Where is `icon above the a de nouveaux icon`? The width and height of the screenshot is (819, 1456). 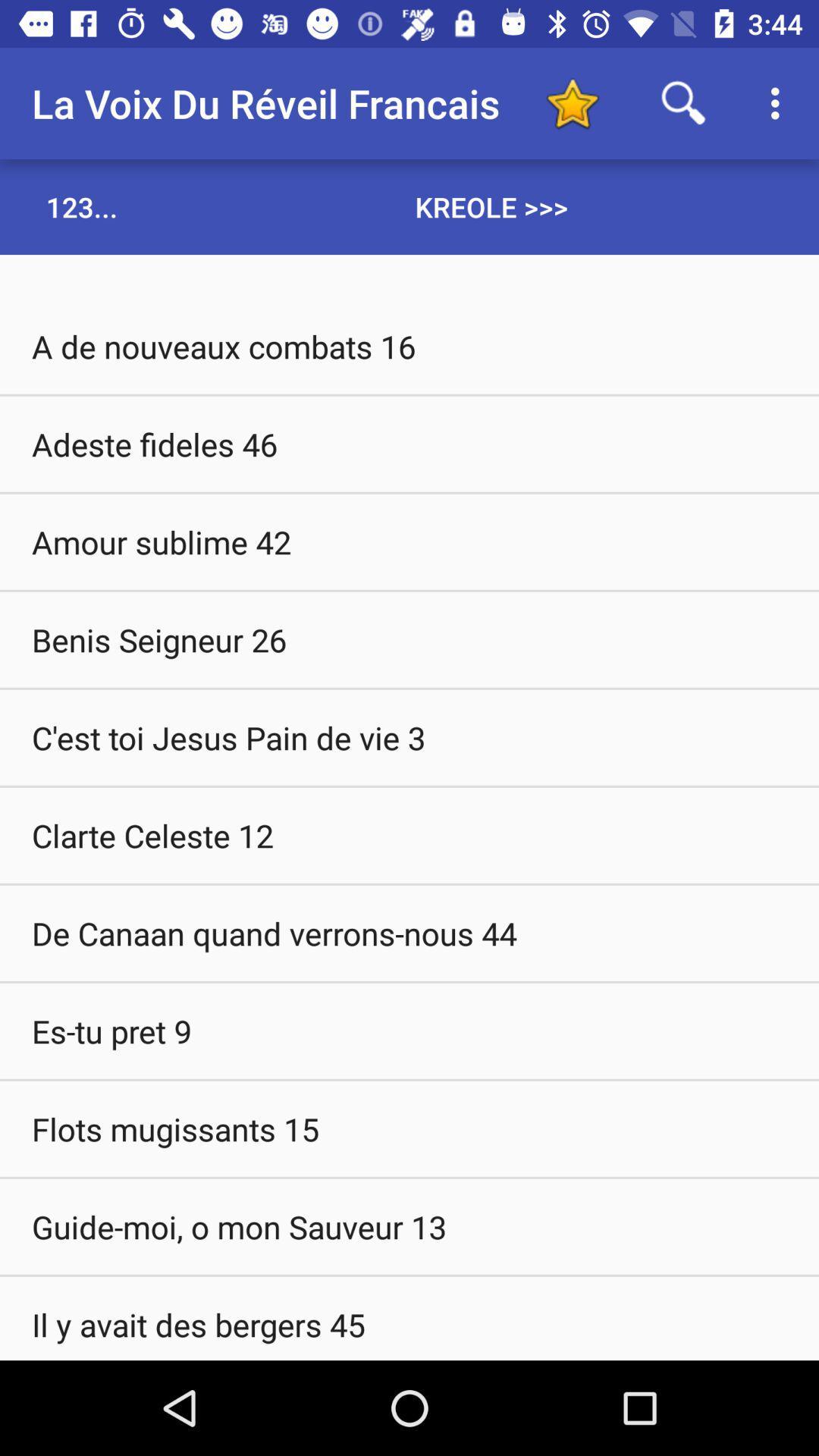
icon above the a de nouveaux icon is located at coordinates (82, 206).